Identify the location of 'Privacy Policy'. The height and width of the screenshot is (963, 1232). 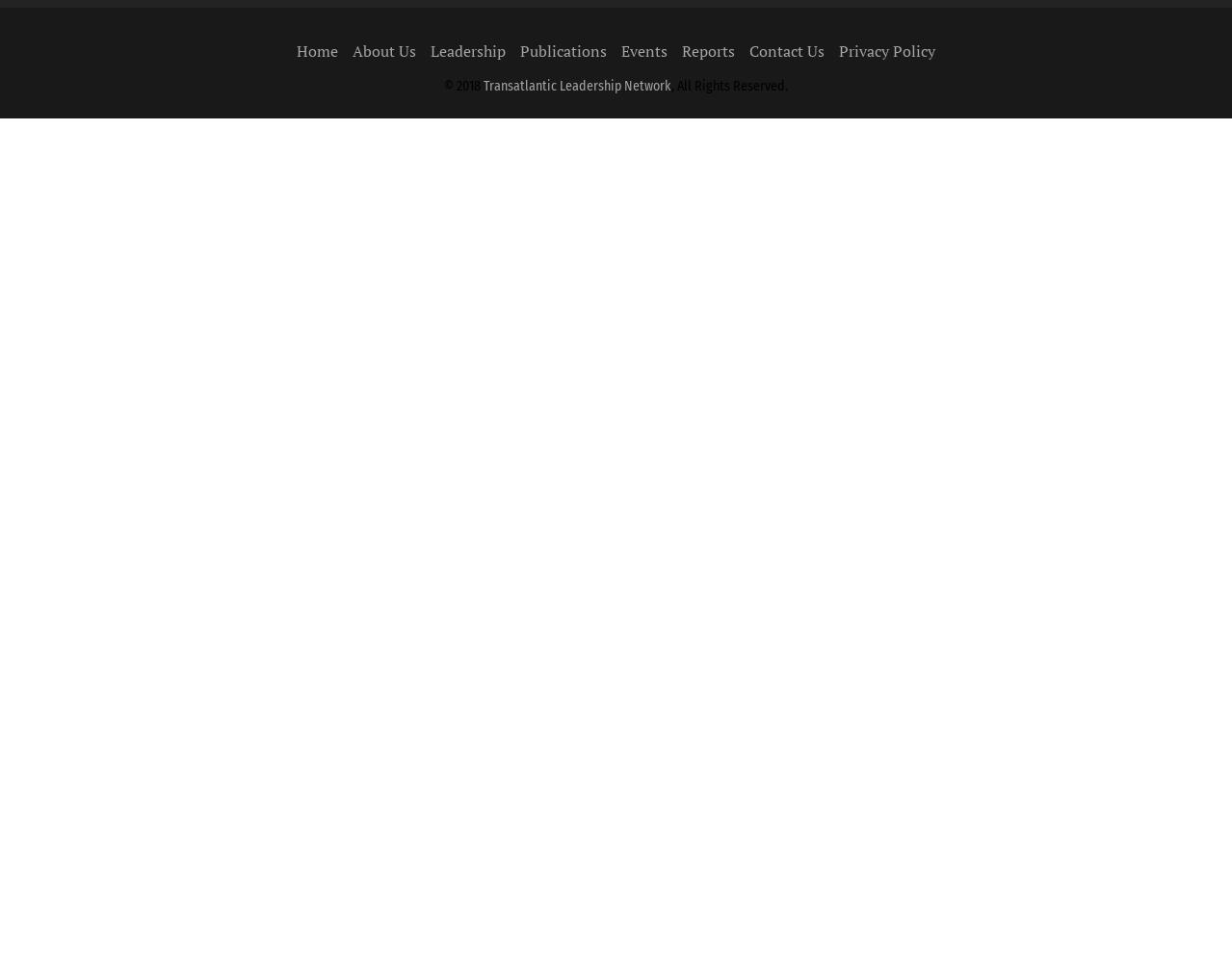
(887, 50).